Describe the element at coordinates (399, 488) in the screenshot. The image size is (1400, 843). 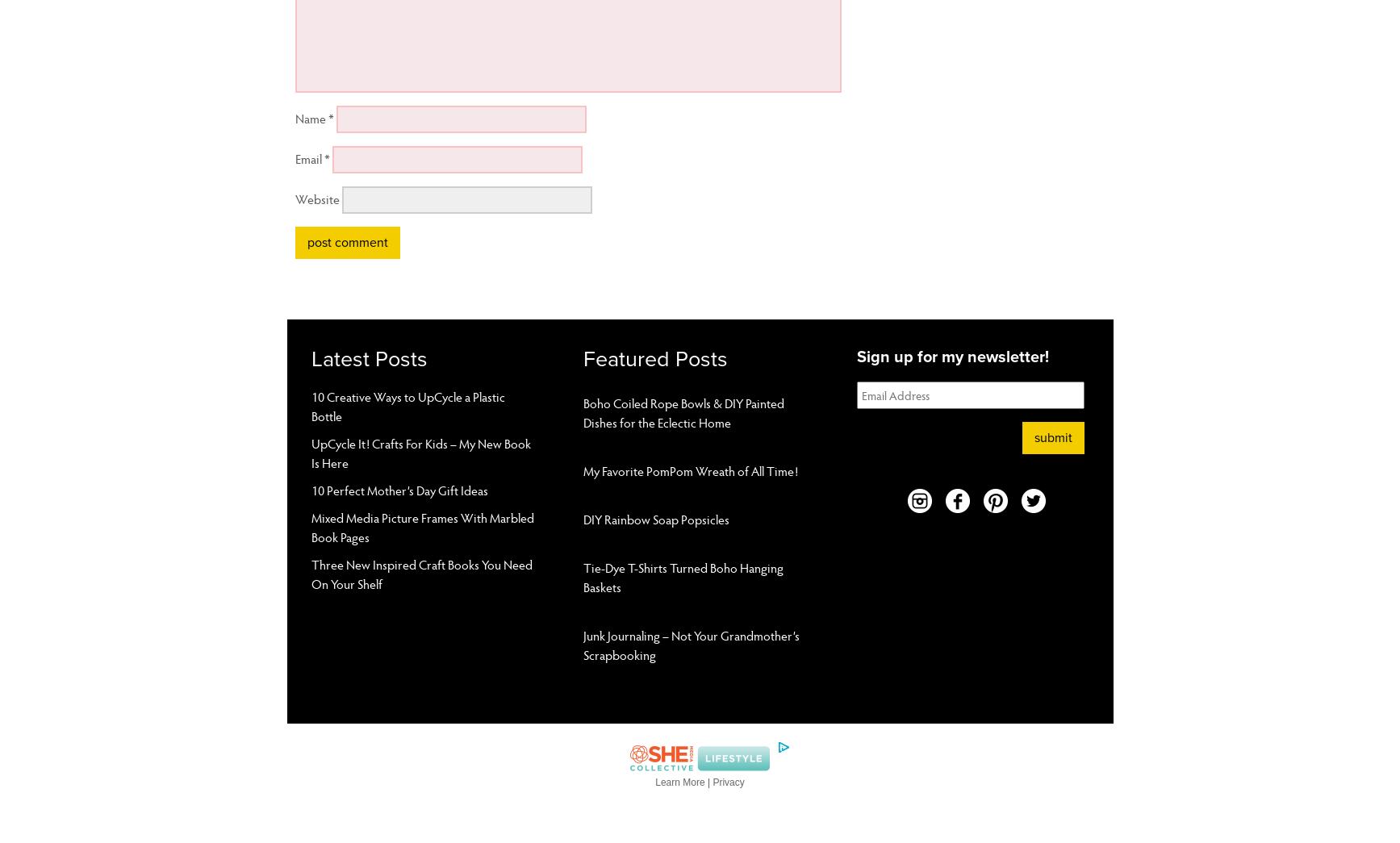
I see `'10 Perfect Mother’s Day Gift Ideas'` at that location.